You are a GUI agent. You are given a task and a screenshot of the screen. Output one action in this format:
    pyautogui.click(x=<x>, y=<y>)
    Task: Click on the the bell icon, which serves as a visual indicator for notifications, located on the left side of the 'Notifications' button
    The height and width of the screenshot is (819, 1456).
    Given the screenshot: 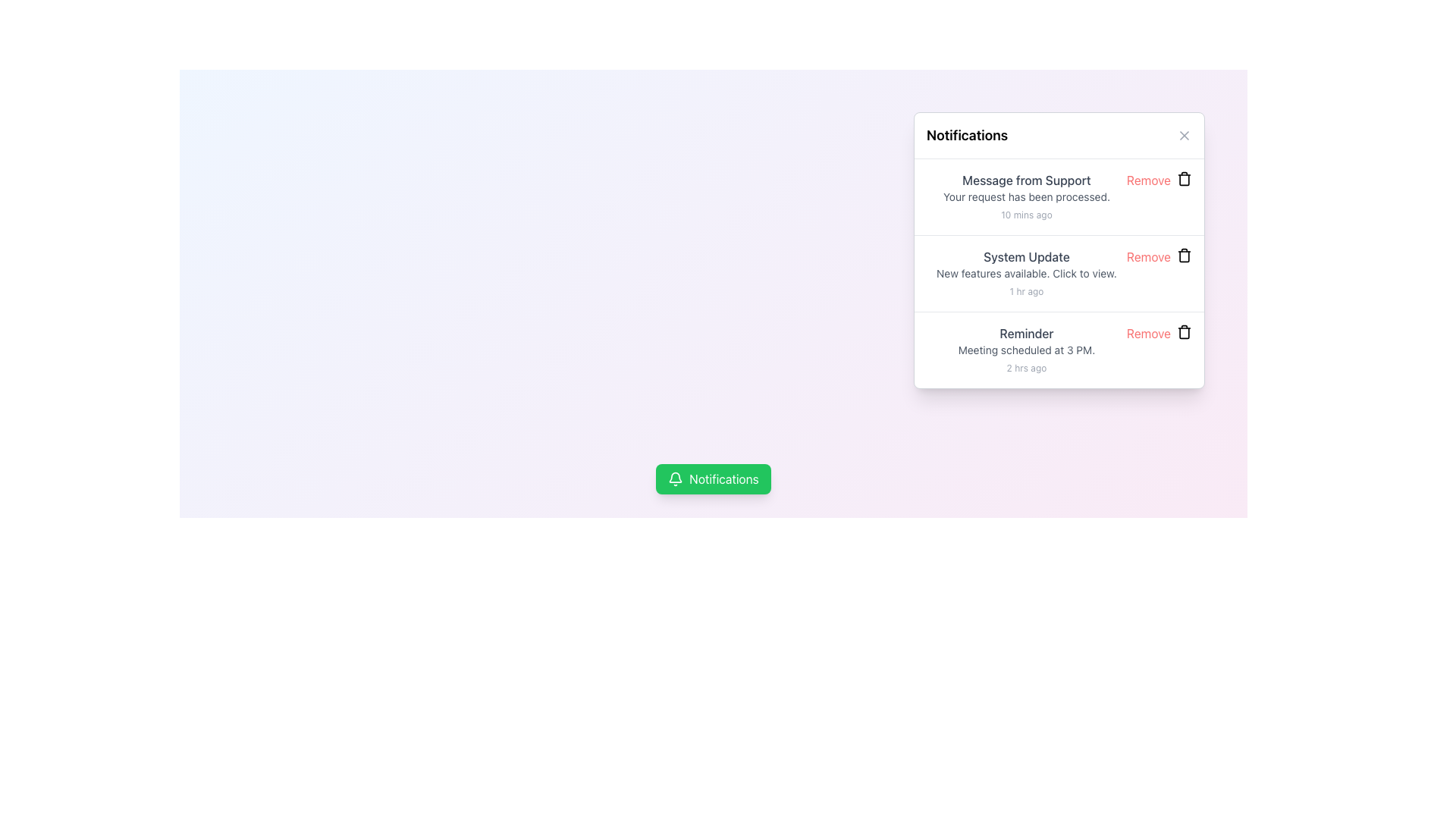 What is the action you would take?
    pyautogui.click(x=675, y=479)
    